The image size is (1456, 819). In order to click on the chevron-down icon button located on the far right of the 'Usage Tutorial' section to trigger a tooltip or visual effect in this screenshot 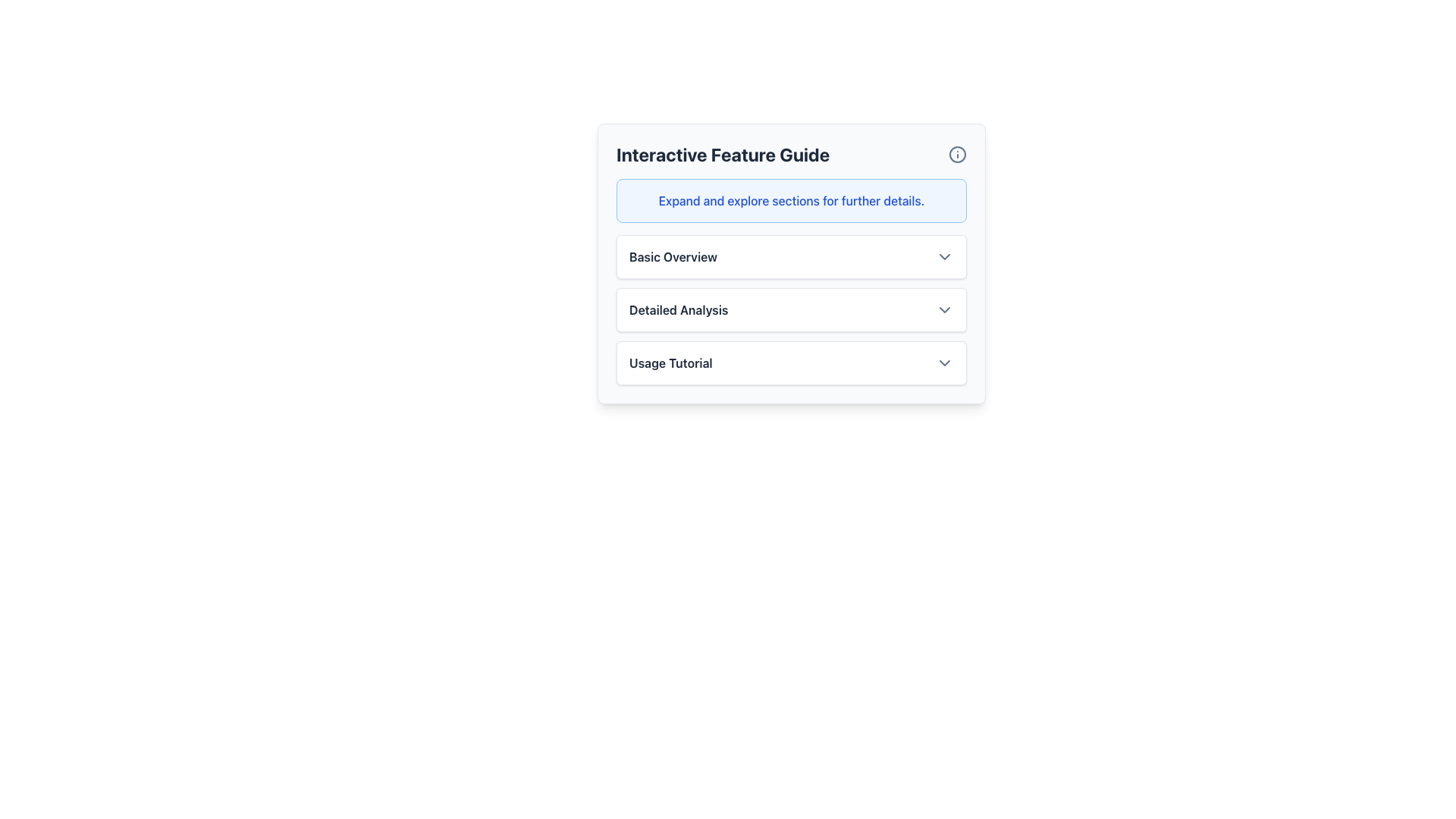, I will do `click(944, 362)`.